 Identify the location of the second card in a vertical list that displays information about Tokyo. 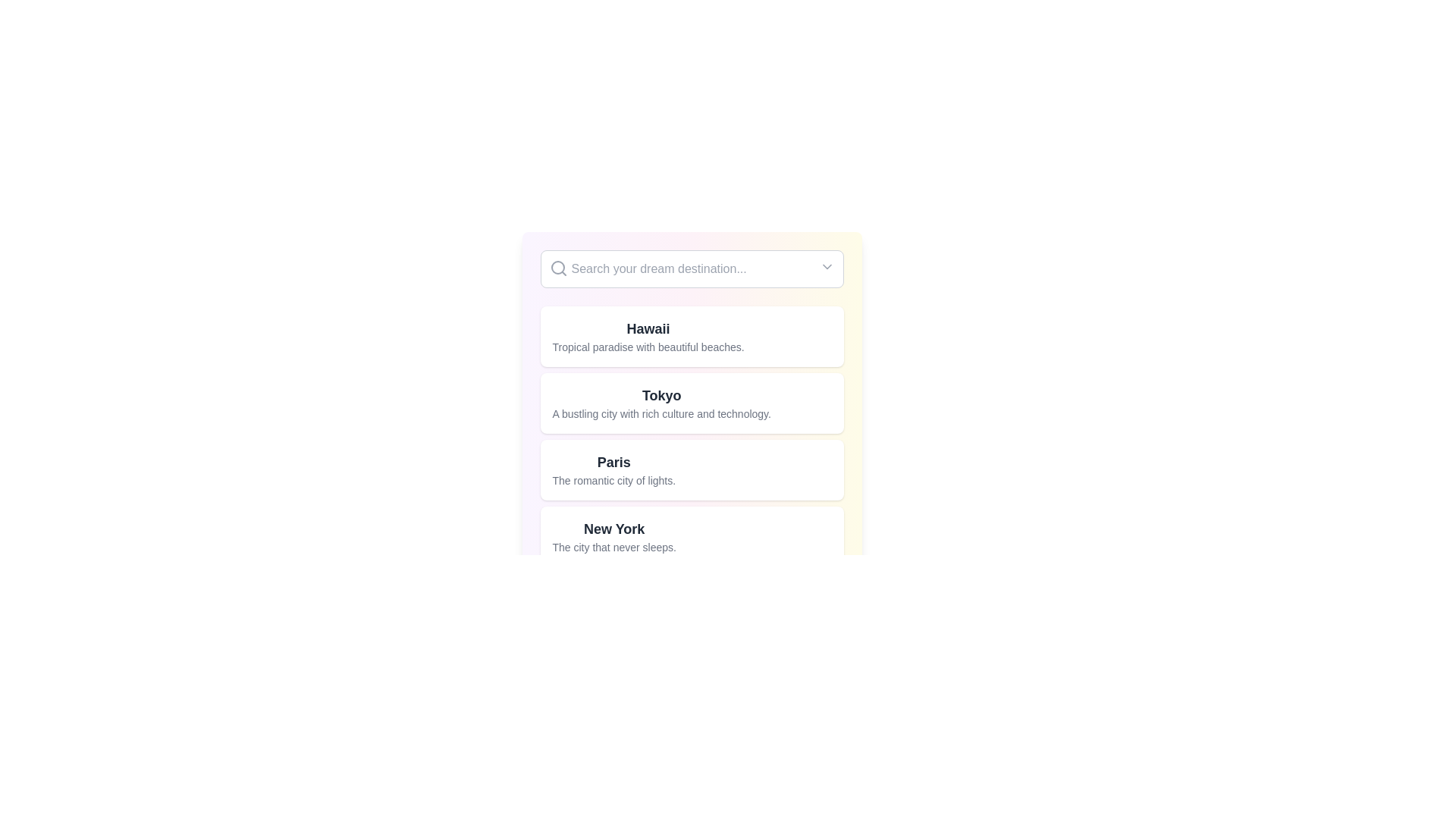
(691, 408).